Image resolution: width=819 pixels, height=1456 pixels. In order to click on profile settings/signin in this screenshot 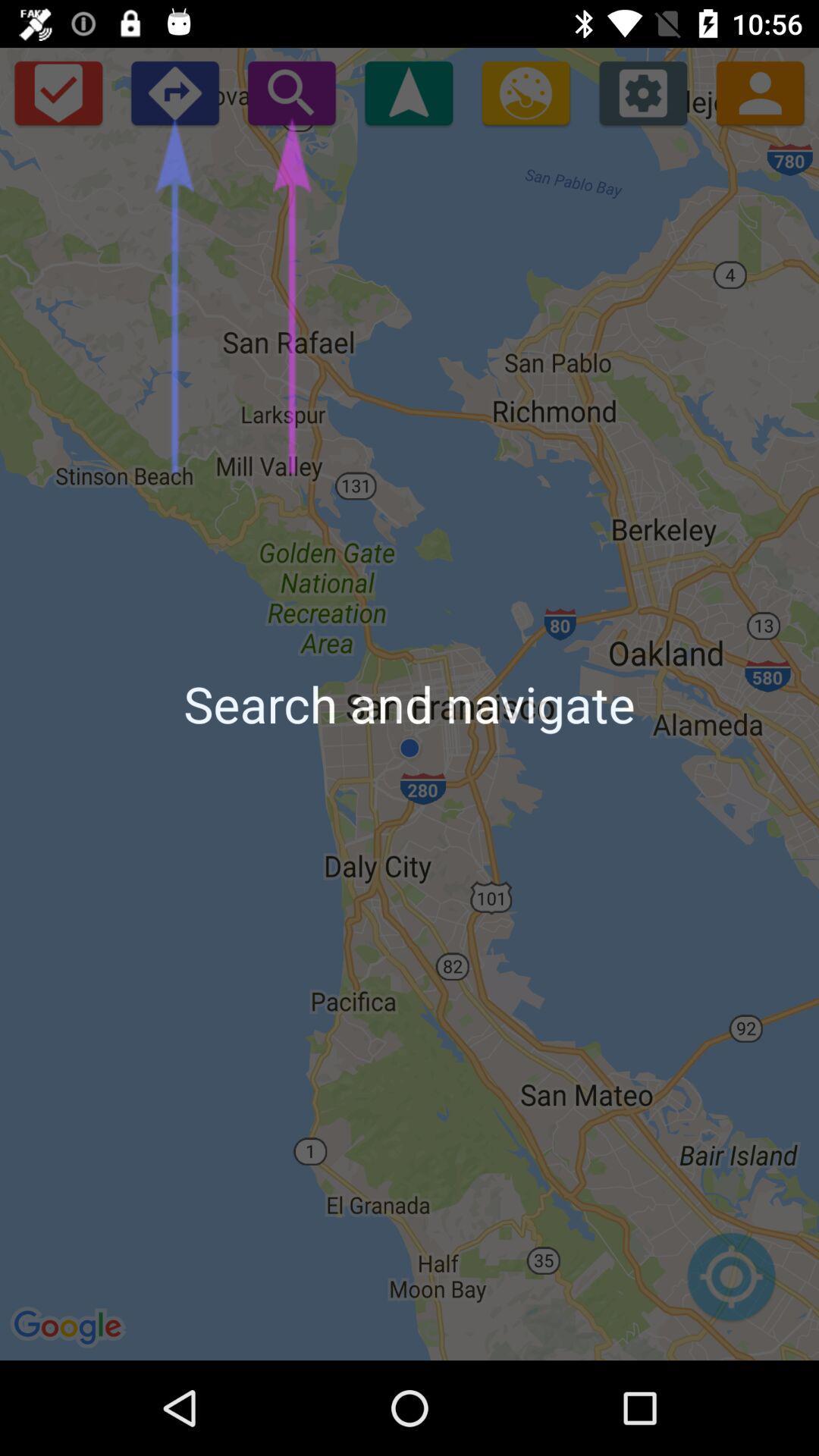, I will do `click(760, 92)`.